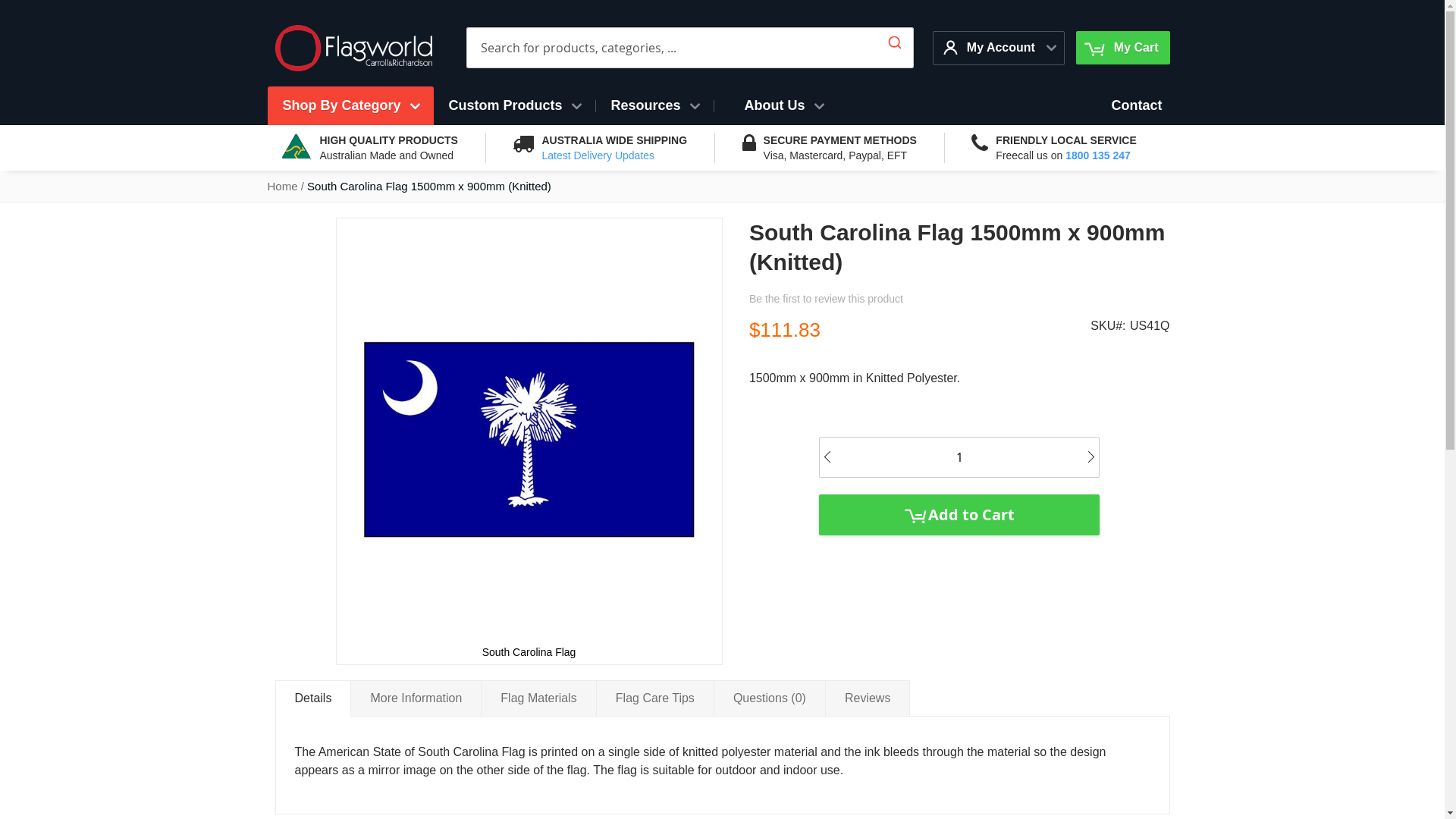  Describe the element at coordinates (825, 298) in the screenshot. I see `'Be the first to review this product'` at that location.